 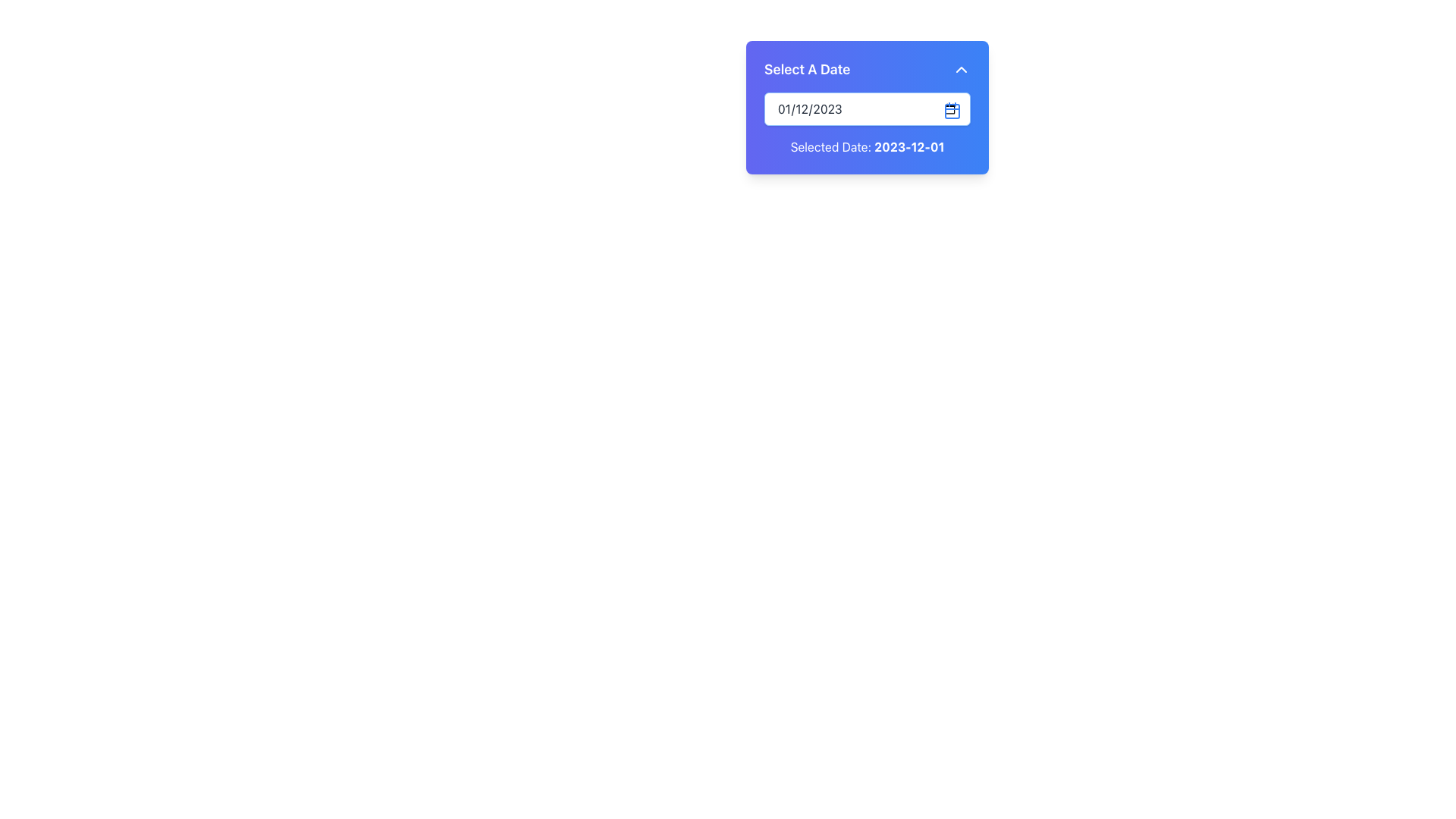 What do you see at coordinates (960, 70) in the screenshot?
I see `the small upward-pointing triangular button located at the top-right corner of the blue panel labeled 'Select A Date'` at bounding box center [960, 70].